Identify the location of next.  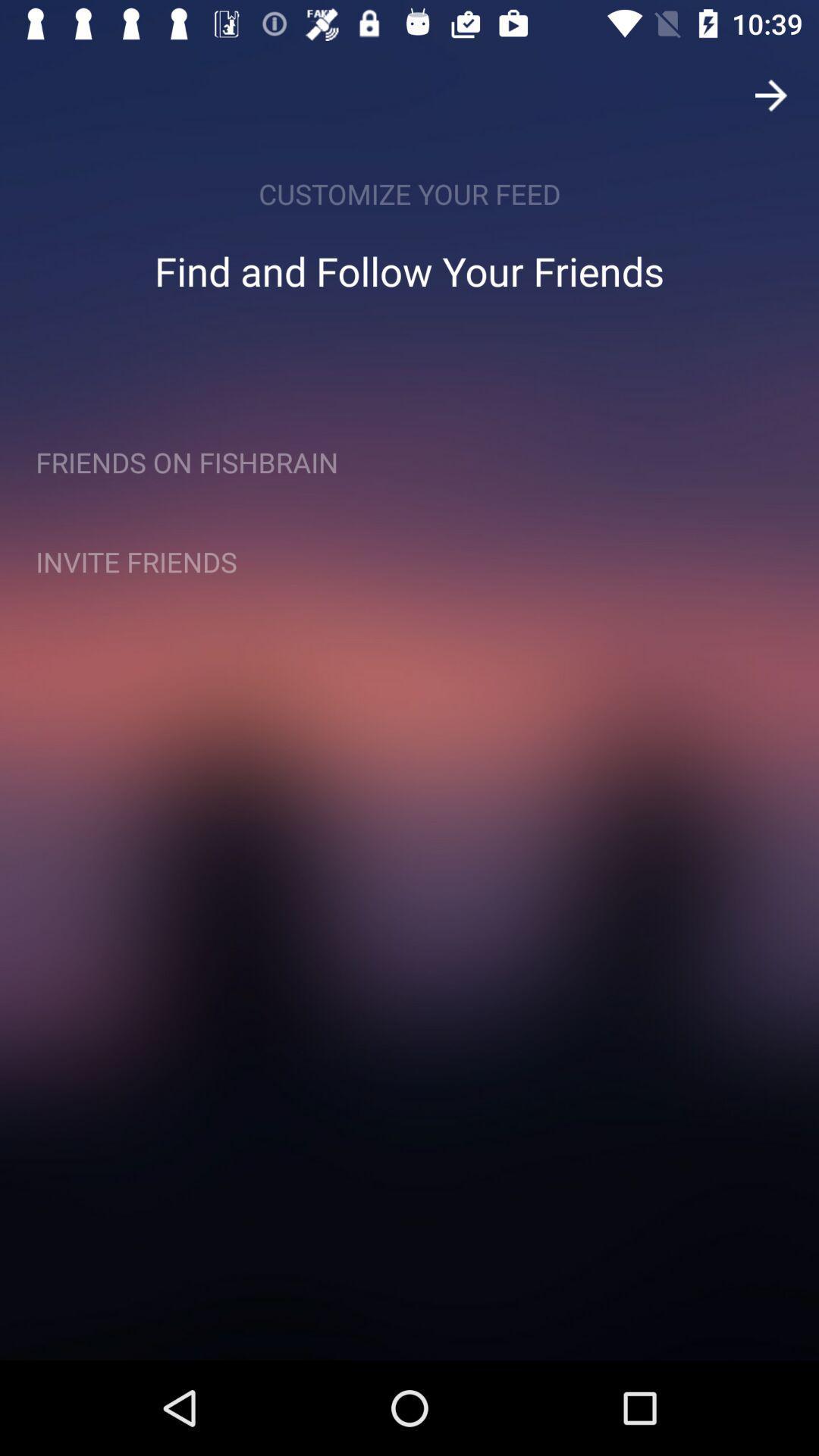
(771, 94).